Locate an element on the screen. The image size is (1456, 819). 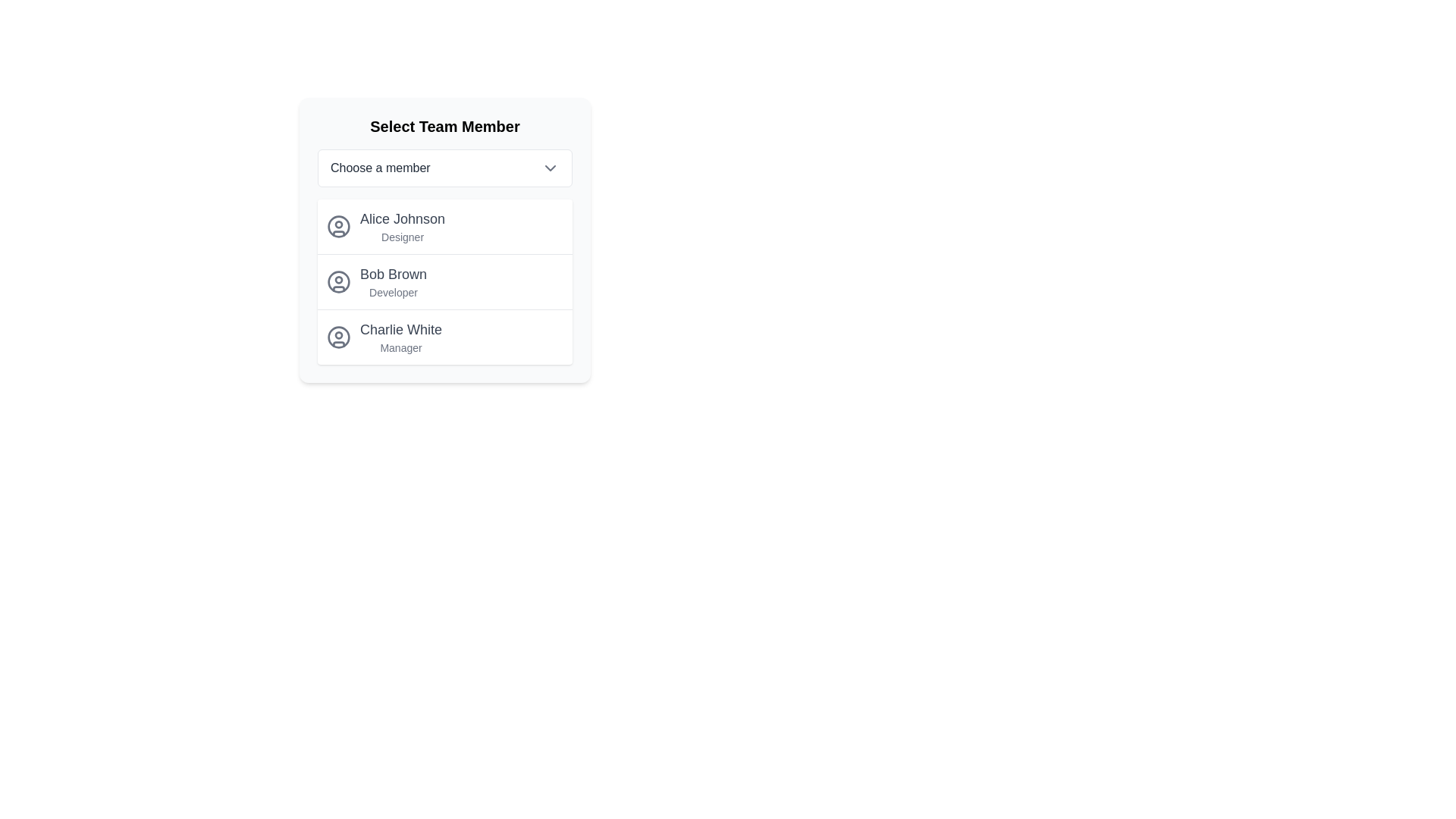
the text label identifying the team member named 'Bob Brown', which is located in the second position under the 'Select Team Member' section is located at coordinates (393, 275).